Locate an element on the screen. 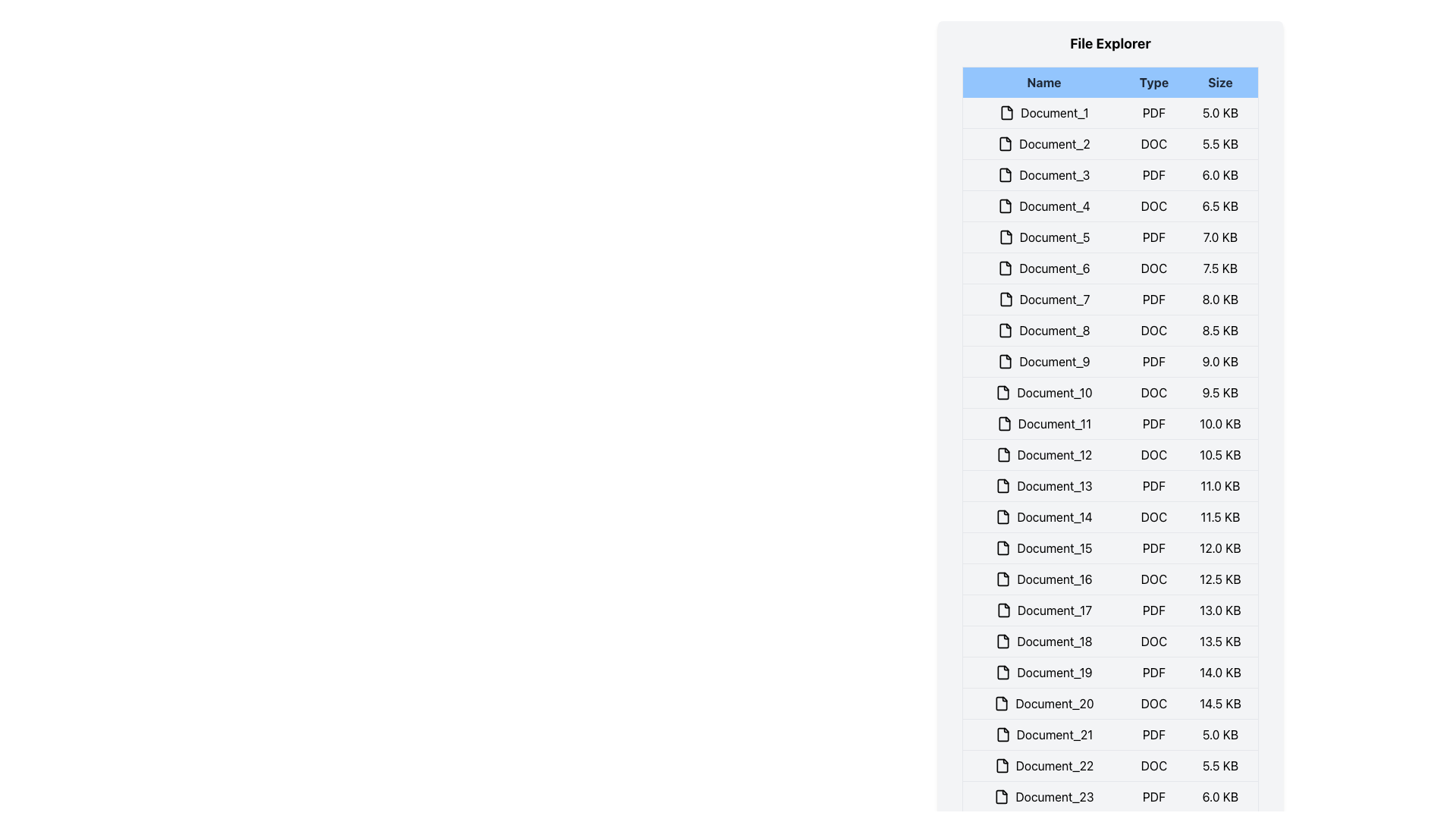 Image resolution: width=1456 pixels, height=819 pixels. the label 'Document_13' in the file explorer UI, which is the leftmost section in its row, displaying the document name next to a file icon is located at coordinates (1043, 485).